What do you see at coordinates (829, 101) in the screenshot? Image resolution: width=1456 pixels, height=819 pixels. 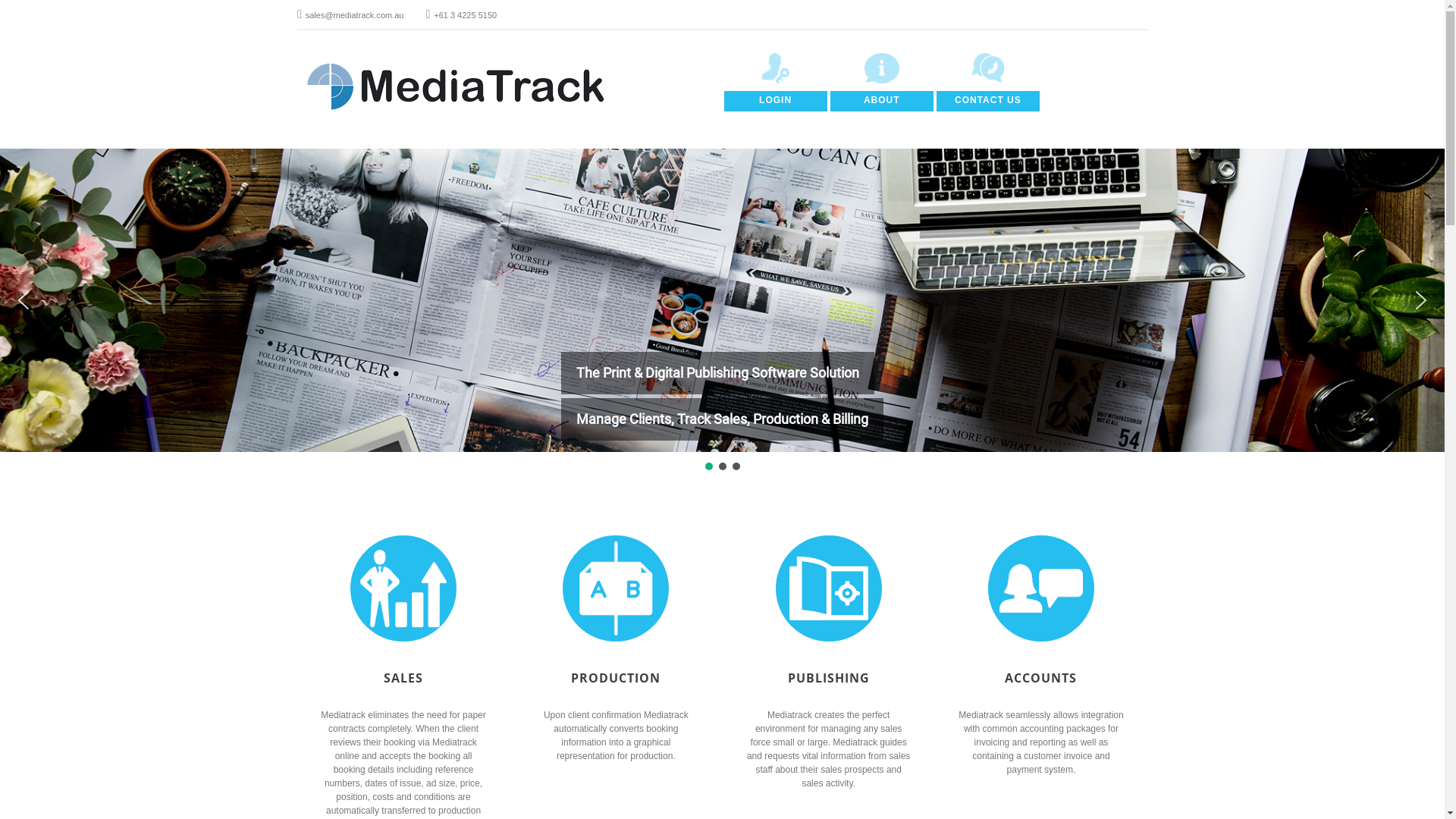 I see `'ABOUT'` at bounding box center [829, 101].